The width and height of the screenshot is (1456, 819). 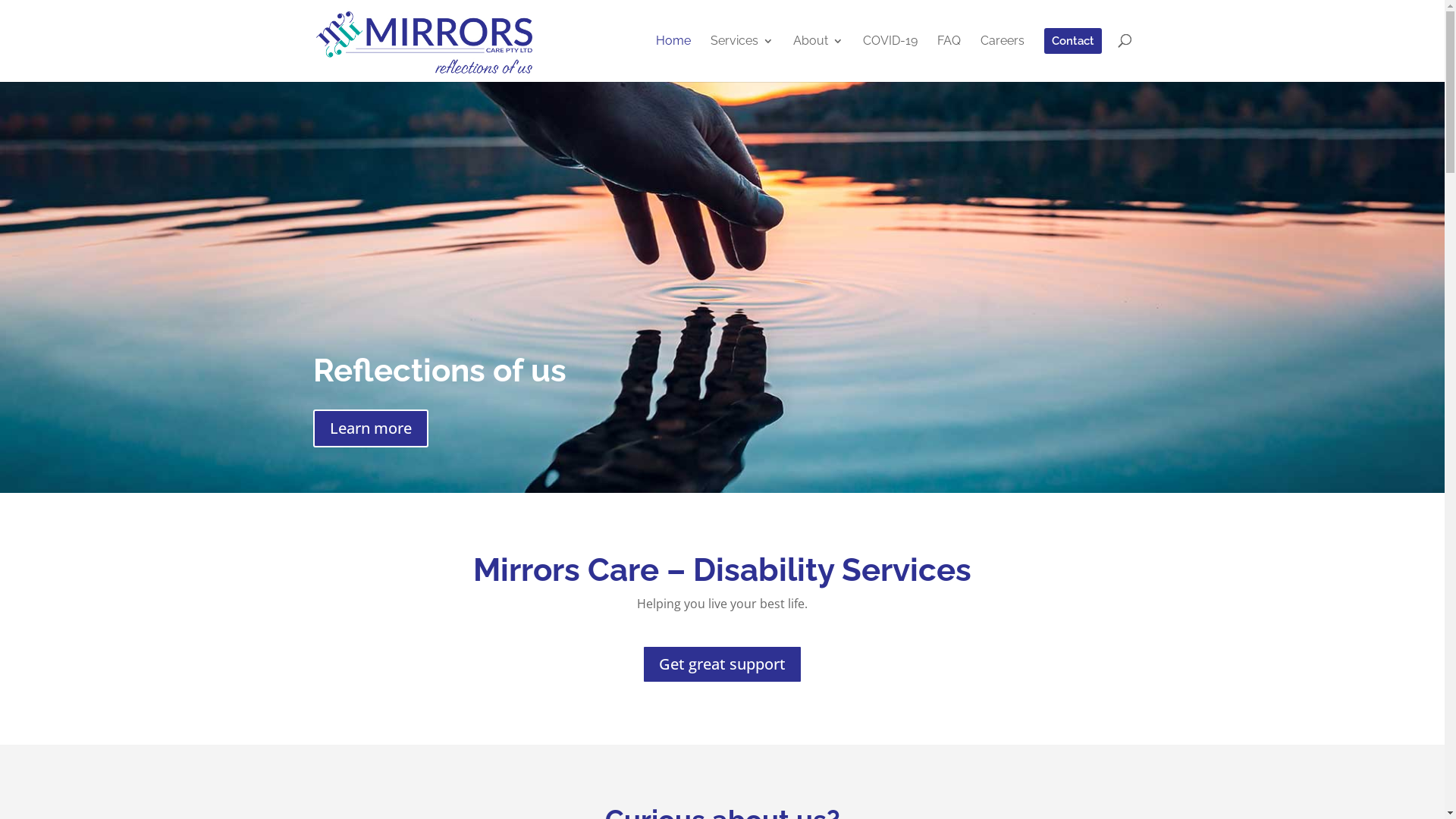 I want to click on 'Home', so click(x=655, y=57).